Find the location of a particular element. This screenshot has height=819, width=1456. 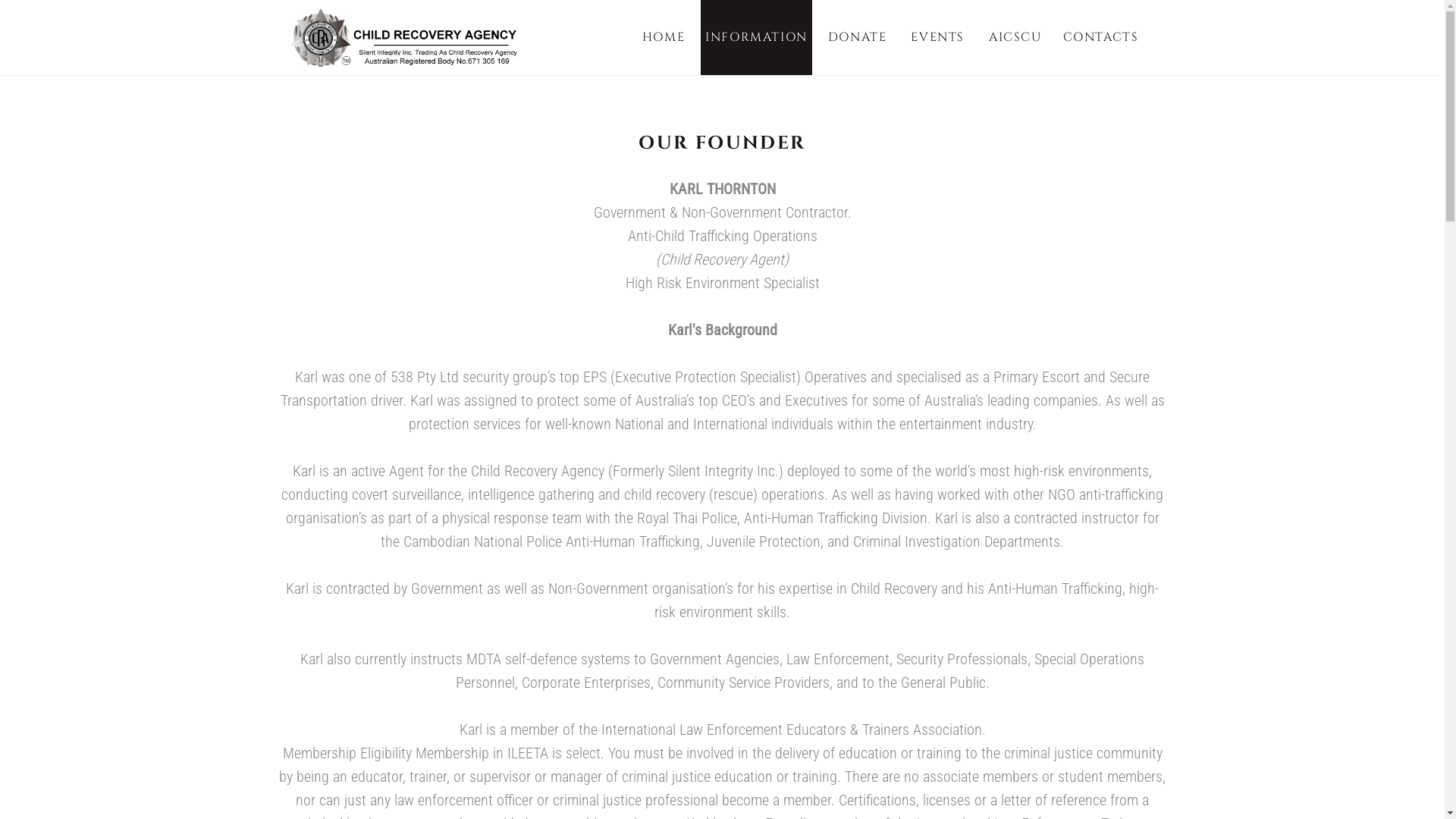

'HOME' is located at coordinates (663, 36).